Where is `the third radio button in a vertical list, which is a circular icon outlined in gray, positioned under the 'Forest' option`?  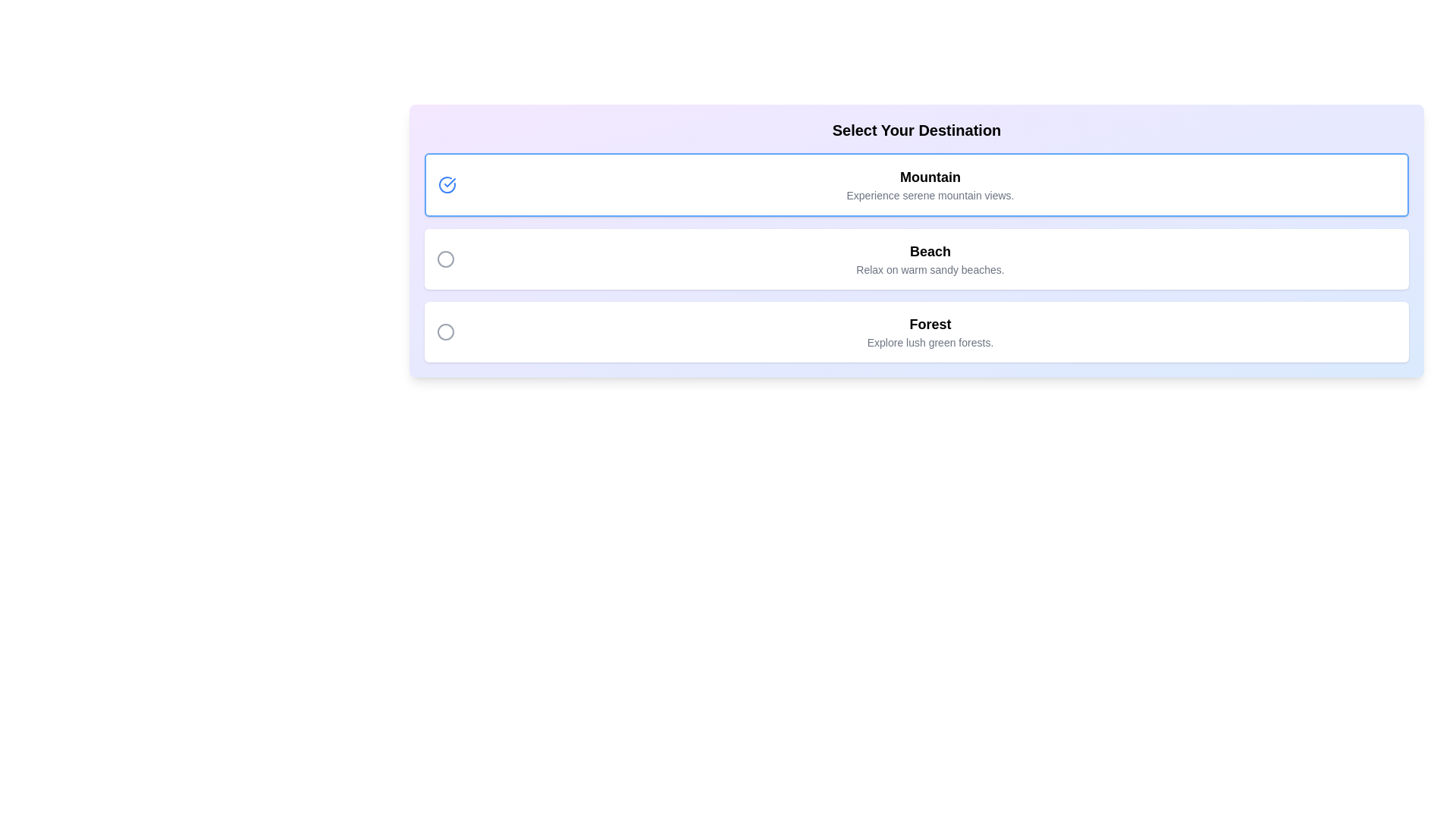 the third radio button in a vertical list, which is a circular icon outlined in gray, positioned under the 'Forest' option is located at coordinates (445, 331).